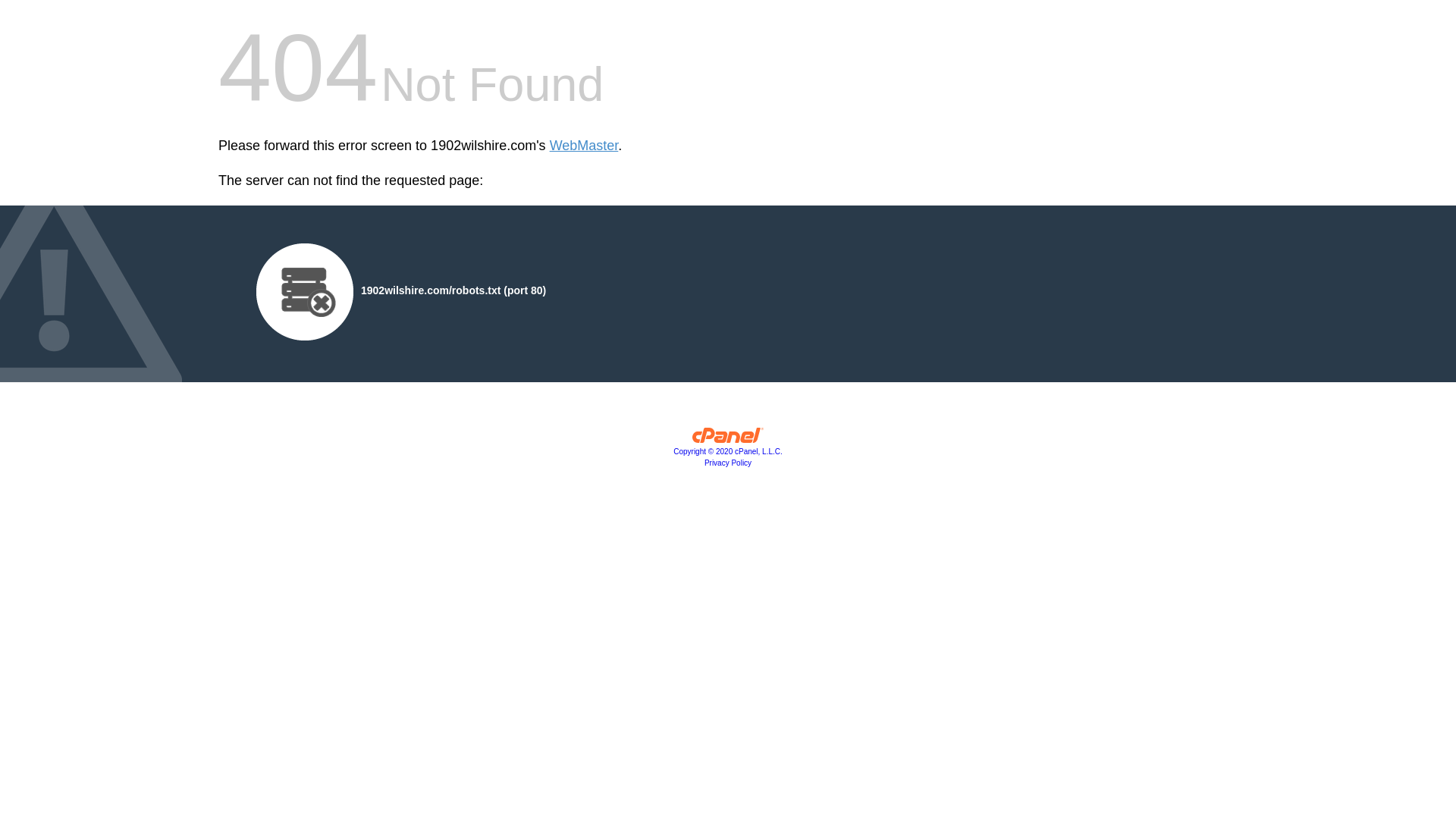 The image size is (1456, 819). Describe the element at coordinates (548, 146) in the screenshot. I see `'WebMaster'` at that location.